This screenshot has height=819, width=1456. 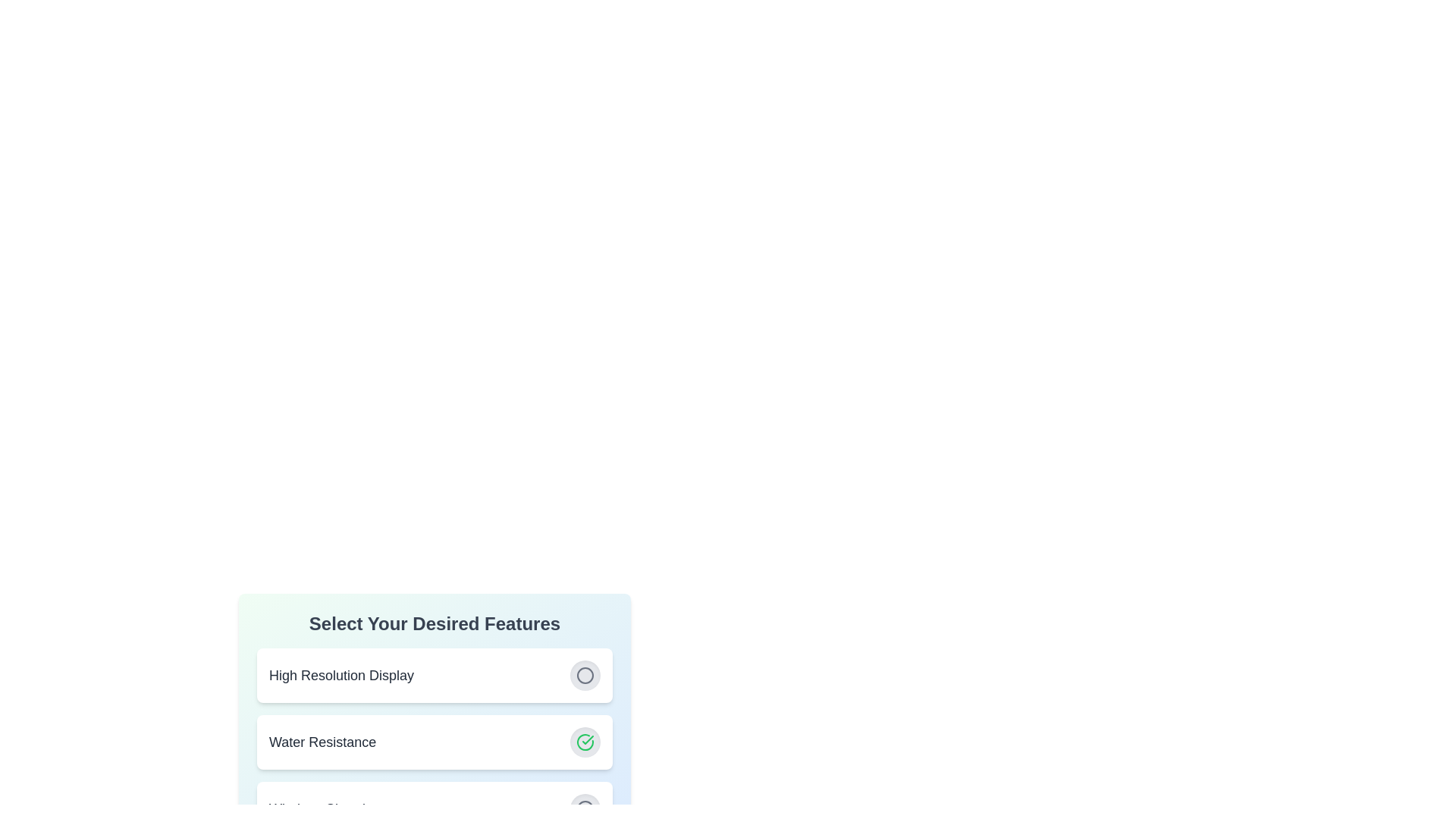 I want to click on the circular button with a green checkmark icon, which indicates a selected state, located to the right of the 'Water Resistance' label within a white card, so click(x=585, y=742).